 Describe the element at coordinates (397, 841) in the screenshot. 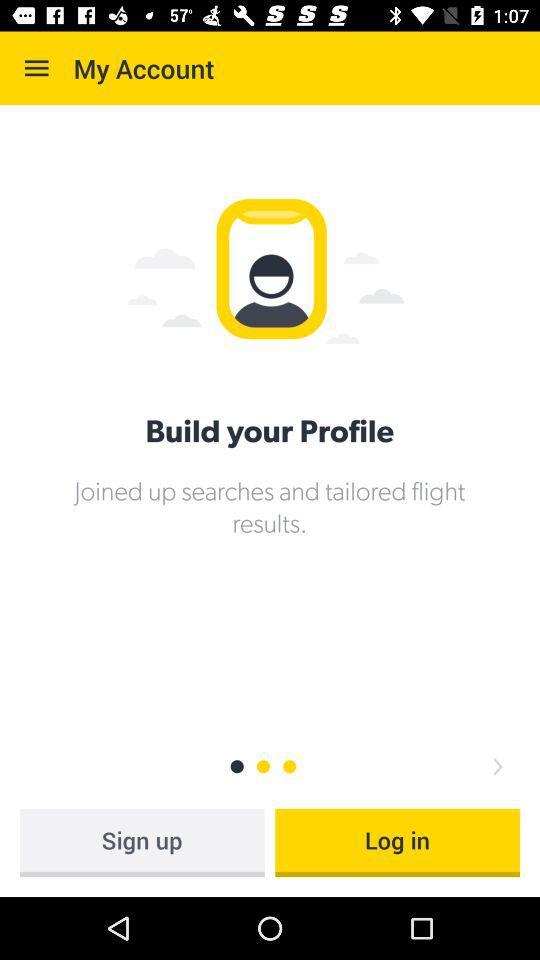

I see `the icon to the right of the sign up` at that location.